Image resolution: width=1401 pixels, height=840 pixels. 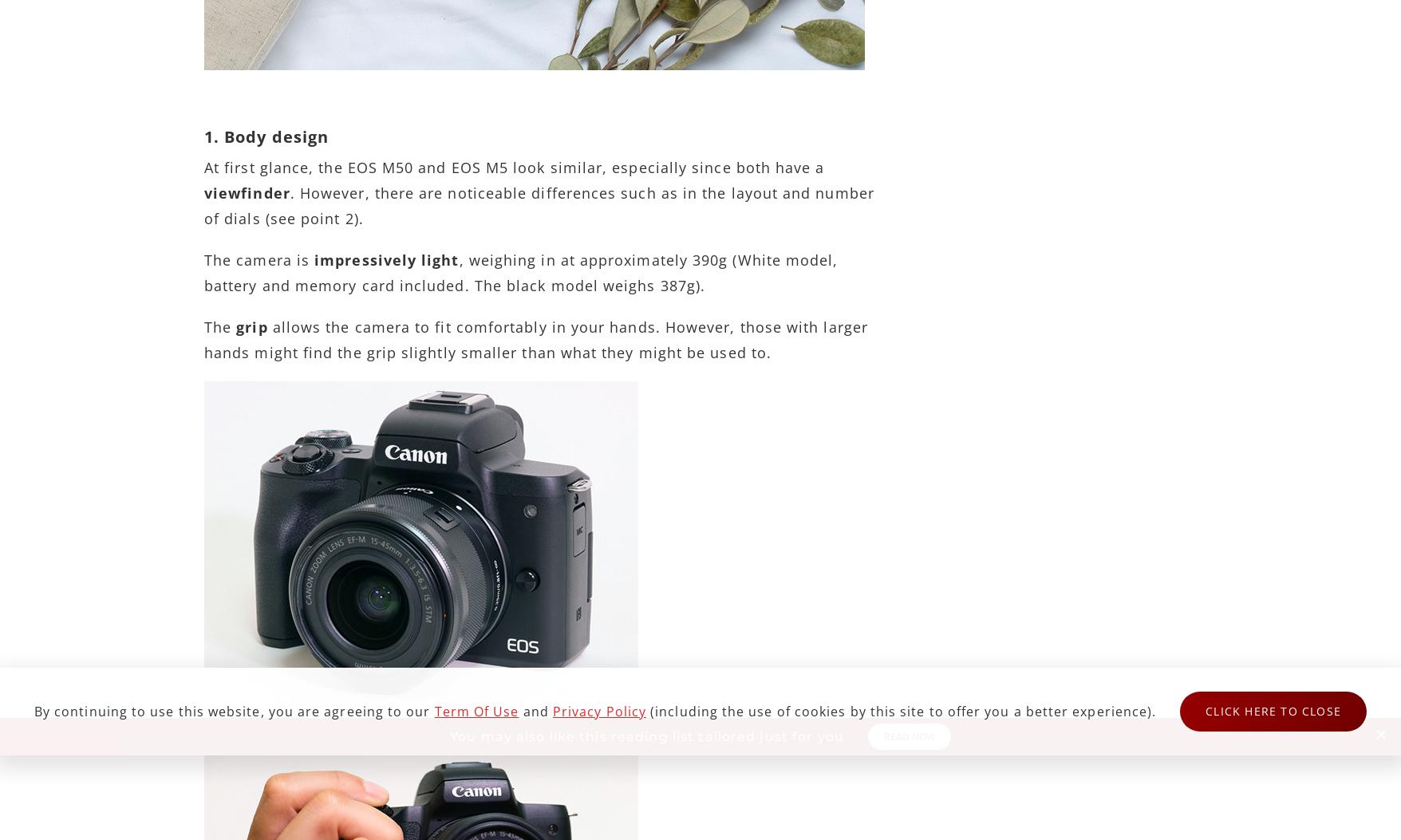 I want to click on 'By continuing to use this website, you are agreeing to our', so click(x=234, y=711).